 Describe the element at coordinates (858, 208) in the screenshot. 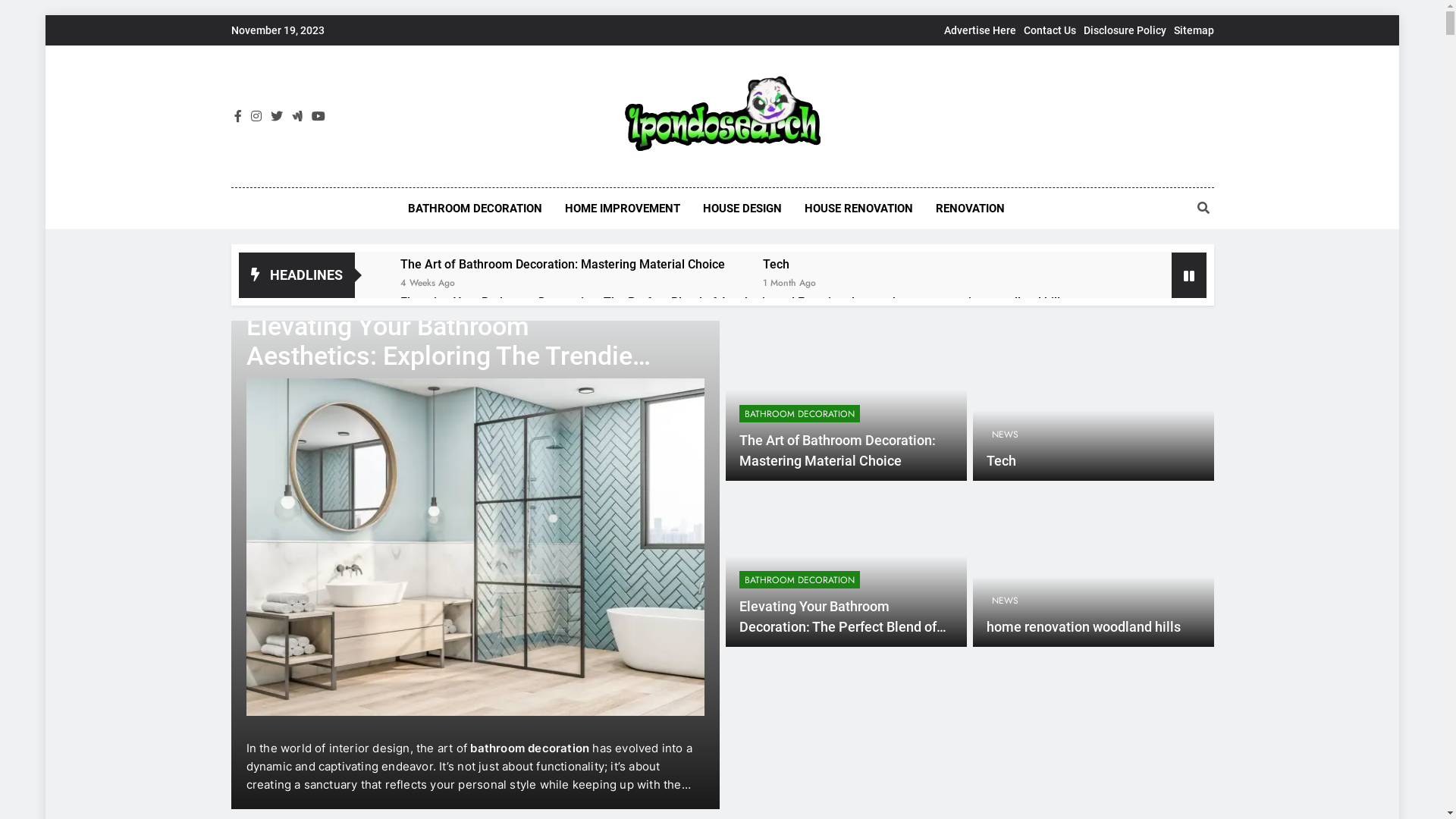

I see `'HOUSE RENOVATION'` at that location.